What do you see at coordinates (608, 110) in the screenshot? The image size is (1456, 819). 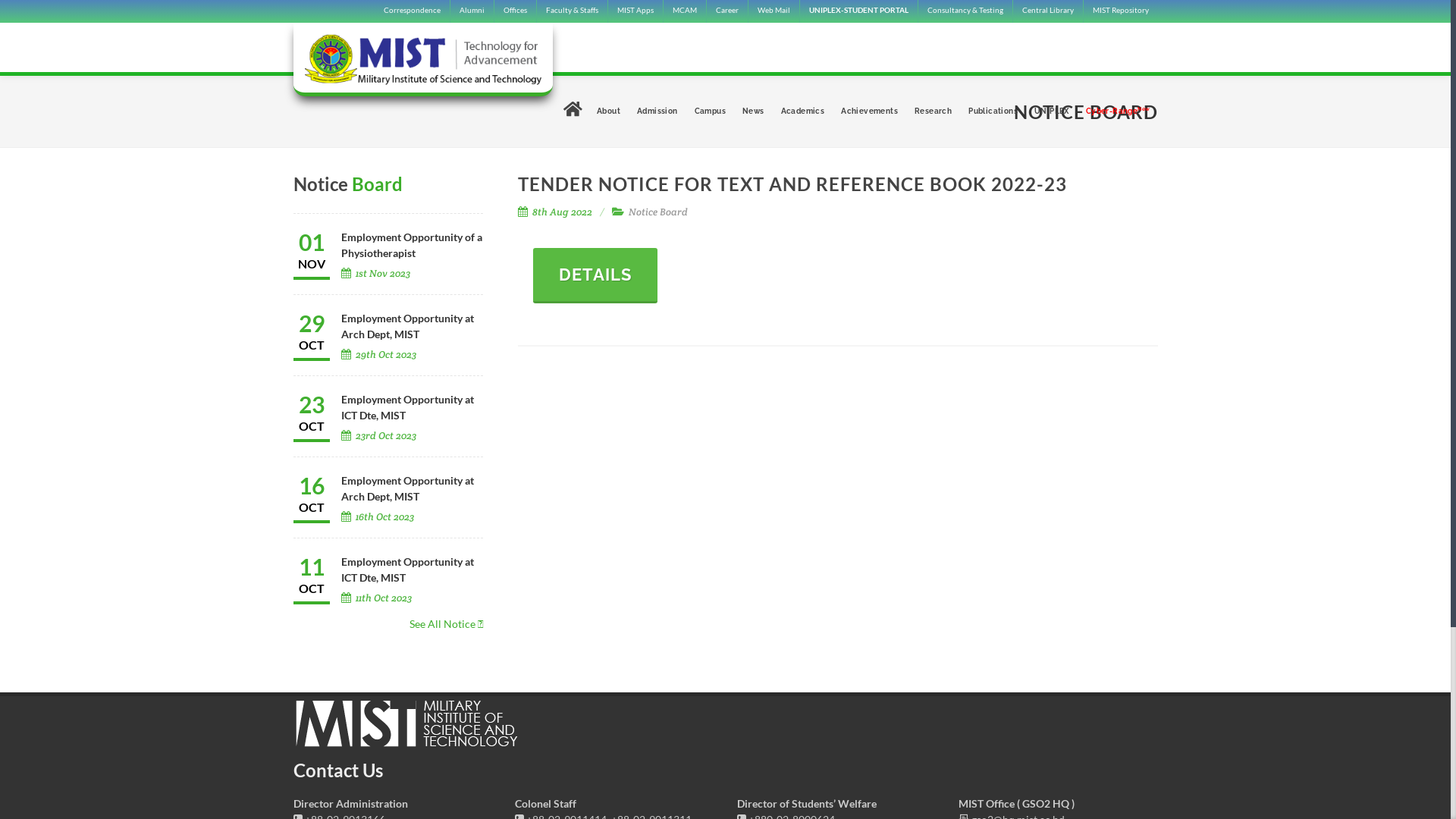 I see `'About'` at bounding box center [608, 110].